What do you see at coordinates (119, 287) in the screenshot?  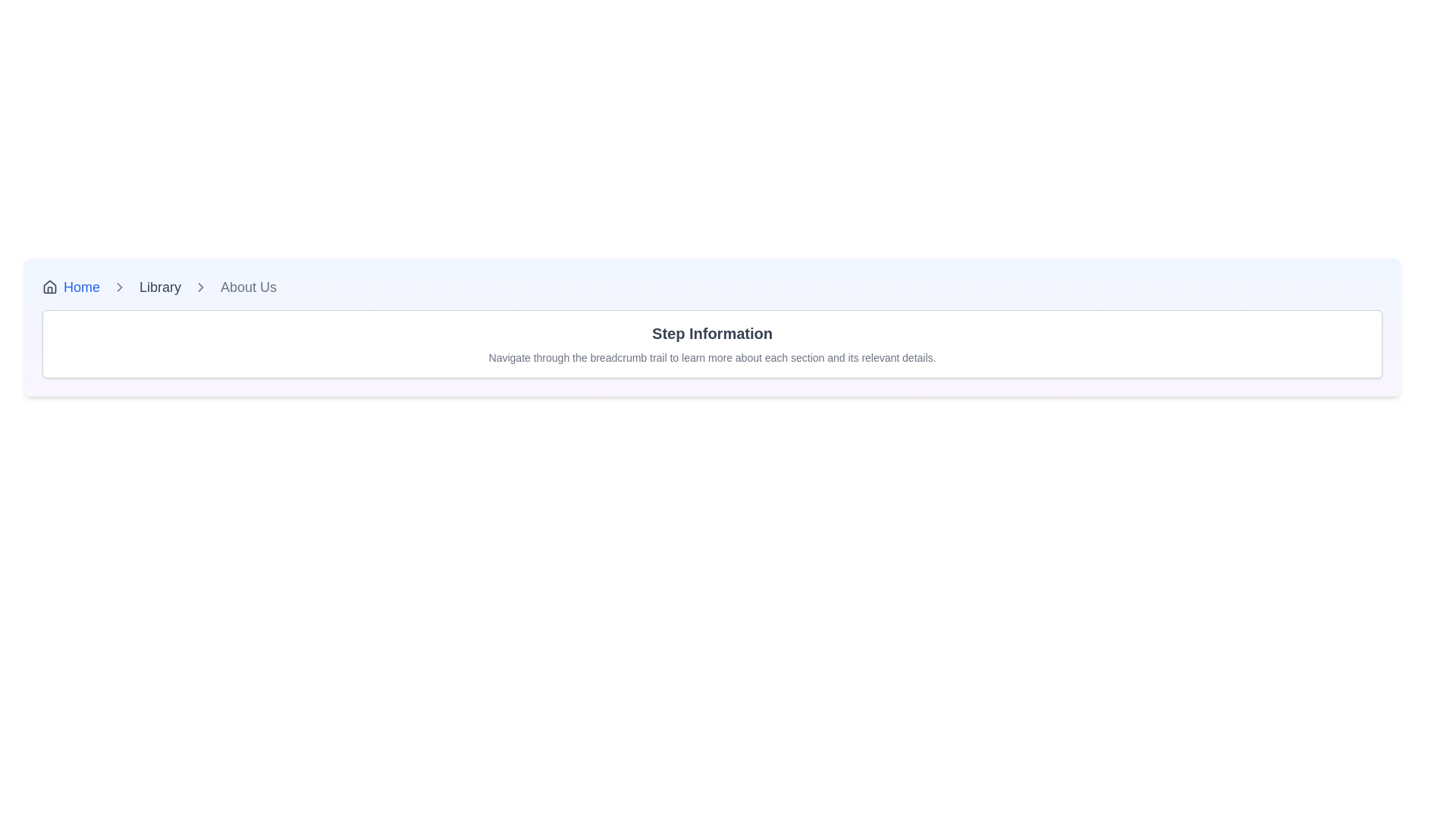 I see `the second chevron arrow icon in the breadcrumb navigation bar that separates 'Home' and 'Library'` at bounding box center [119, 287].